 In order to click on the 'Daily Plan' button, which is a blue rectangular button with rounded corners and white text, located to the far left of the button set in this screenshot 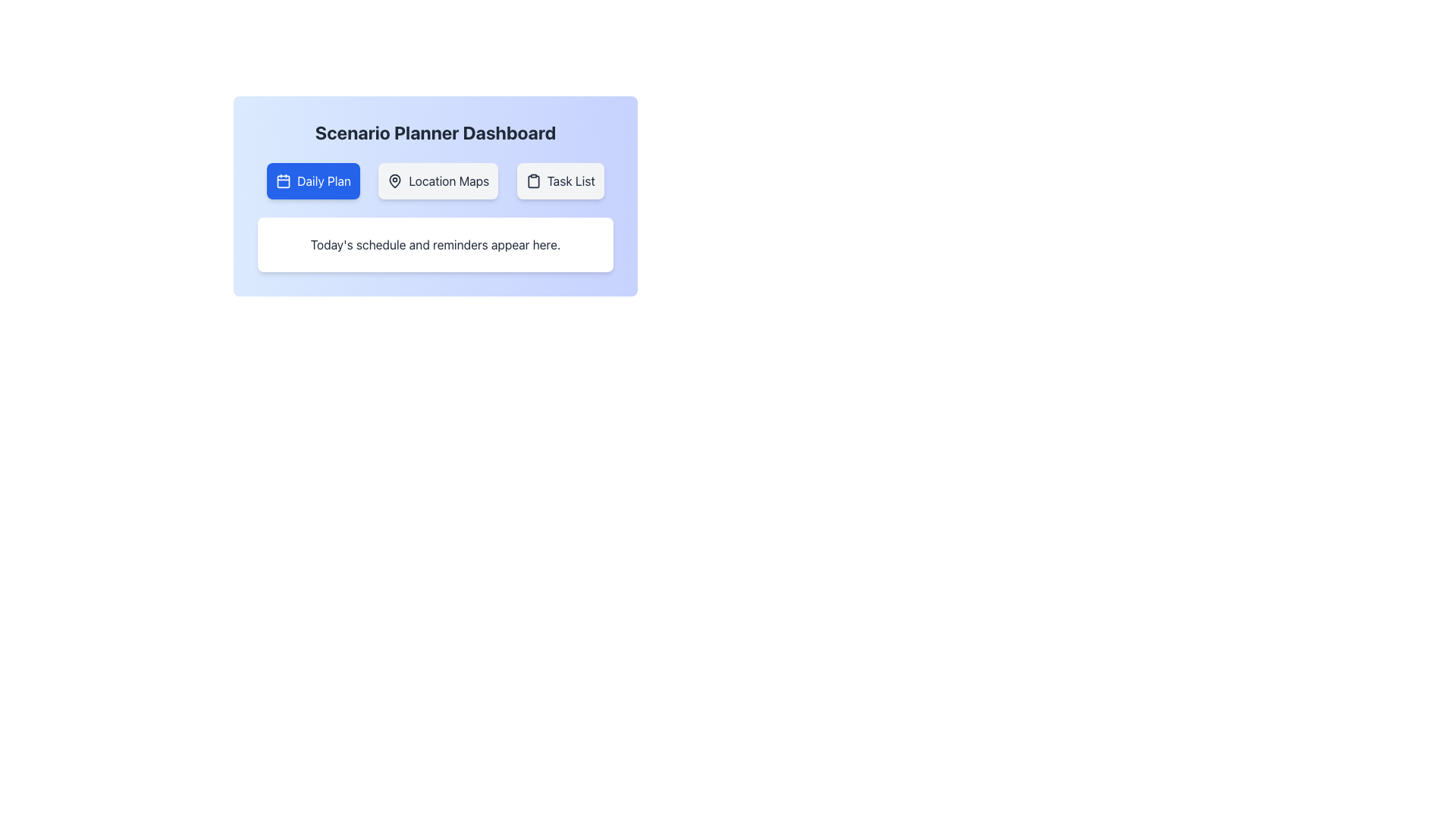, I will do `click(312, 180)`.